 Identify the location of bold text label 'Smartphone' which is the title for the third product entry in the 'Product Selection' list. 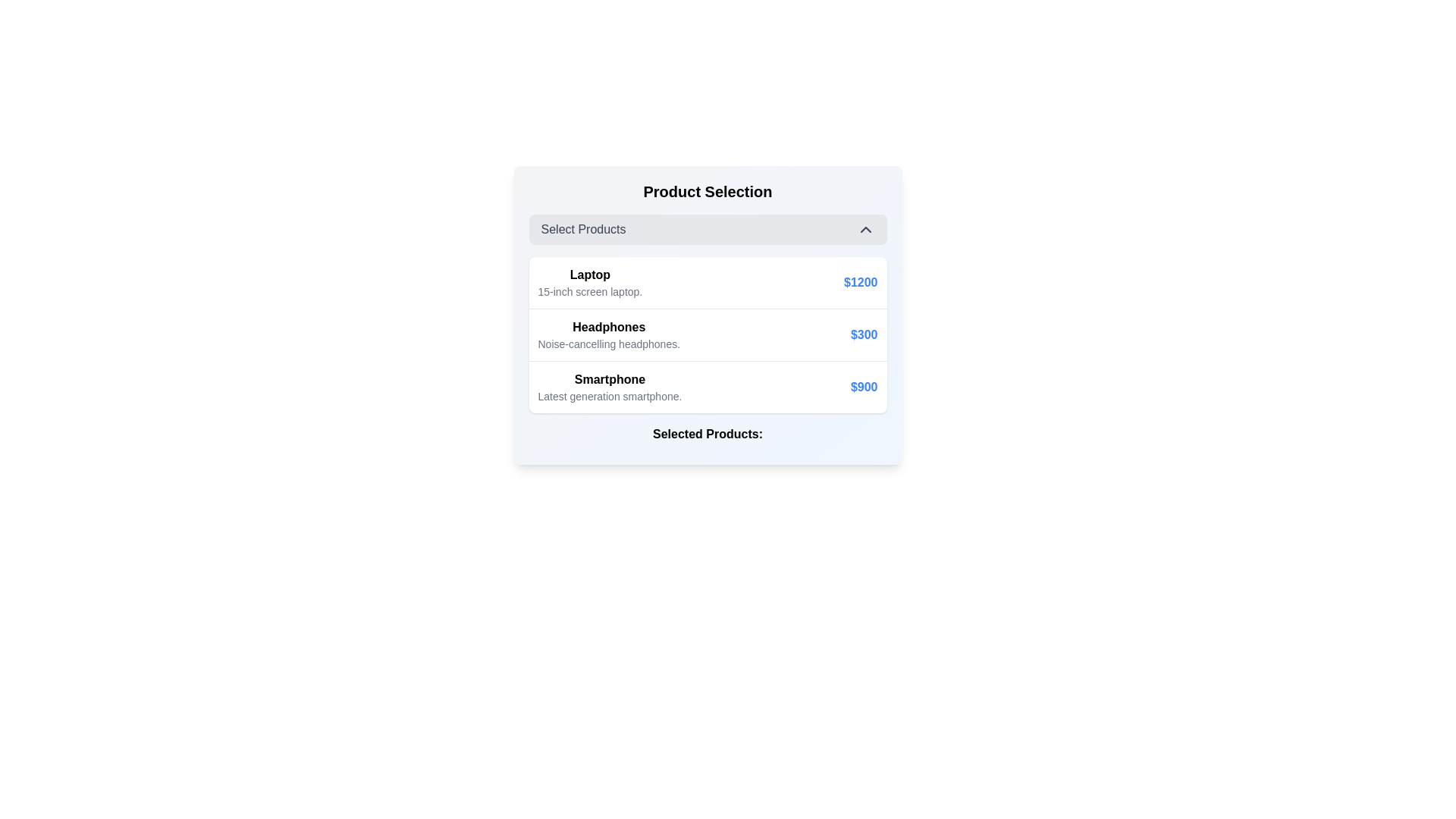
(610, 379).